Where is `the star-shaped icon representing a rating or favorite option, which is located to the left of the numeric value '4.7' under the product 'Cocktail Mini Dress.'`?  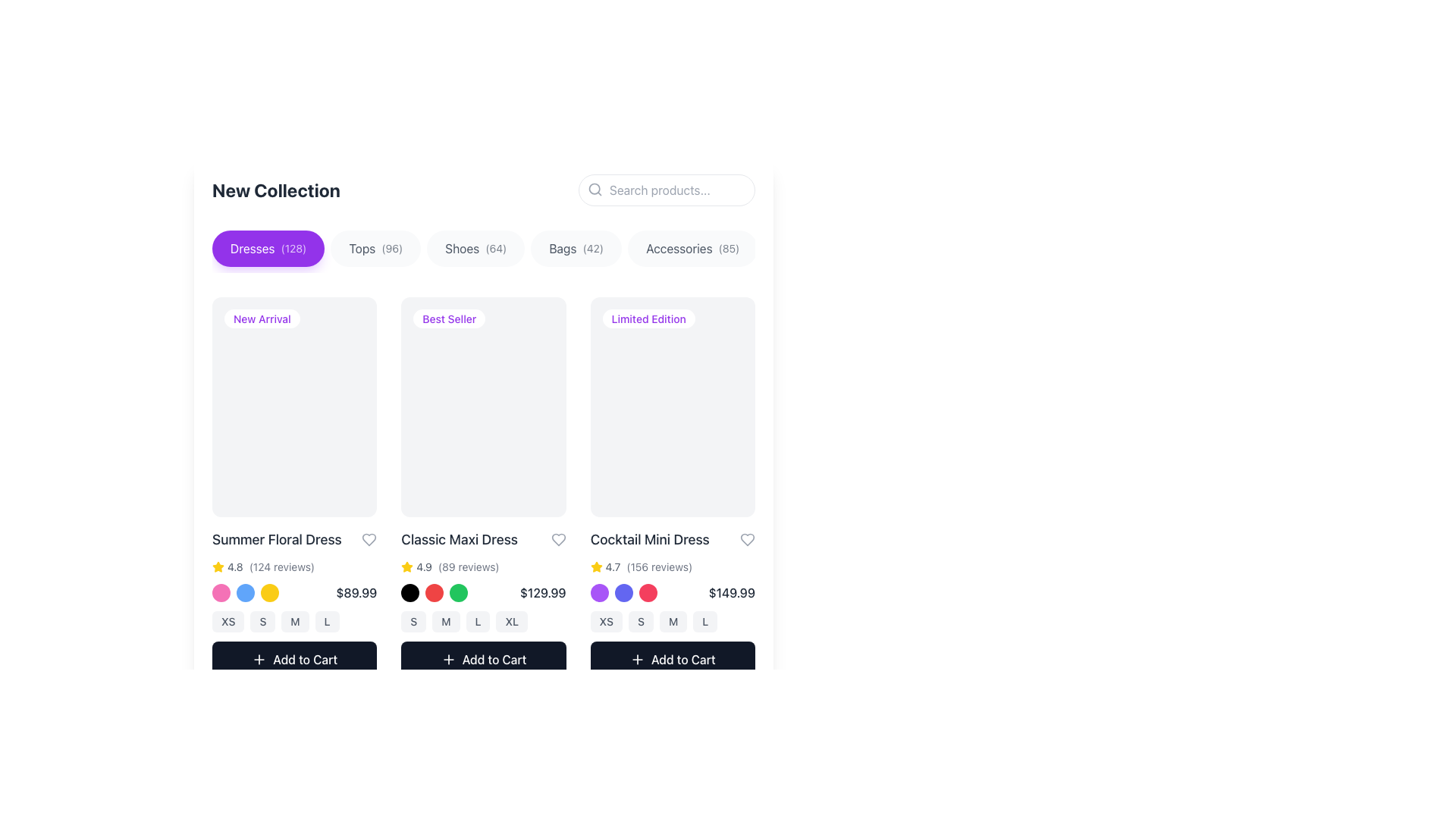 the star-shaped icon representing a rating or favorite option, which is located to the left of the numeric value '4.7' under the product 'Cocktail Mini Dress.' is located at coordinates (595, 566).